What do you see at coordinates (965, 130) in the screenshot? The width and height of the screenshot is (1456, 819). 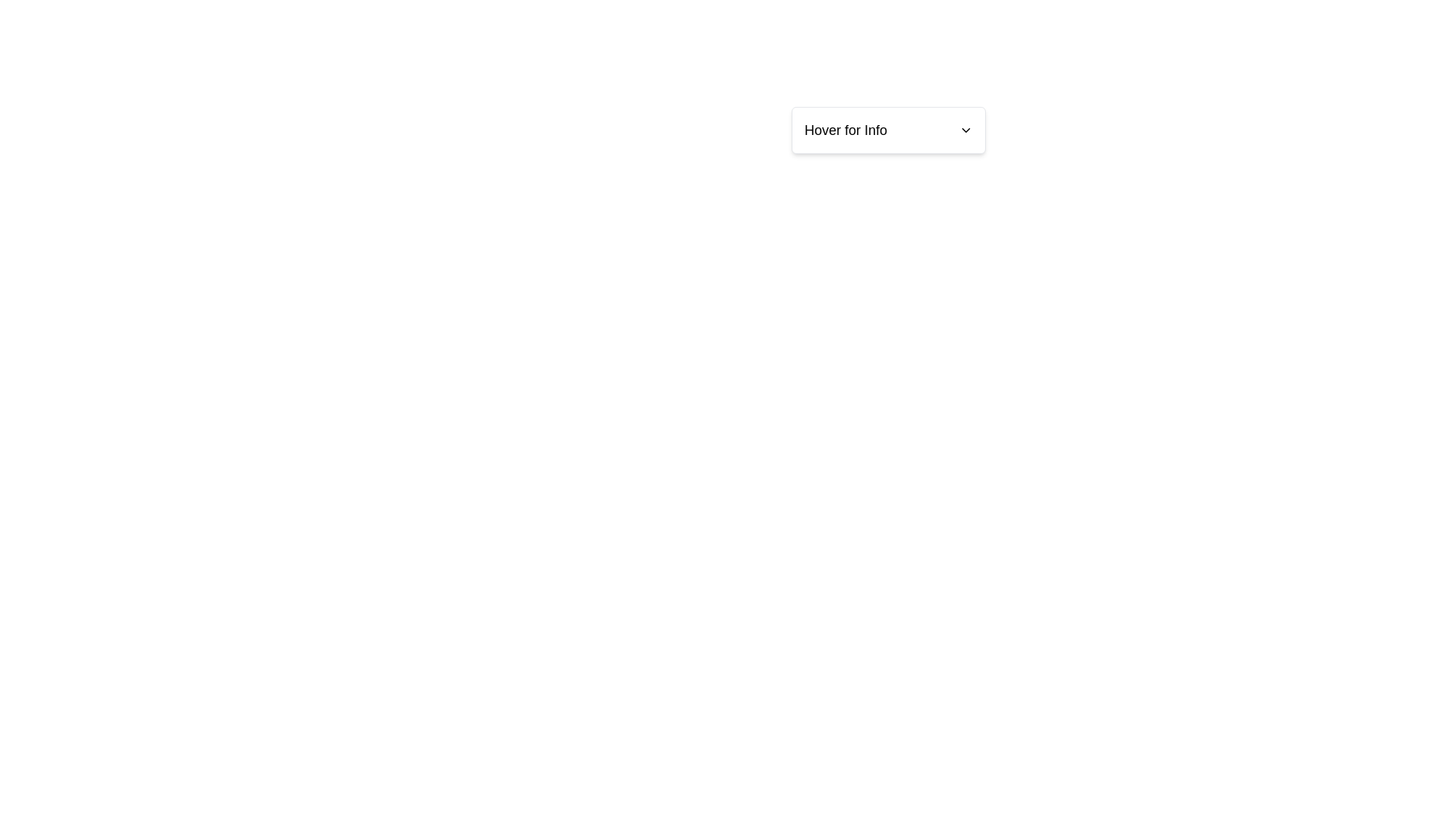 I see `the chevron indicator icon` at bounding box center [965, 130].